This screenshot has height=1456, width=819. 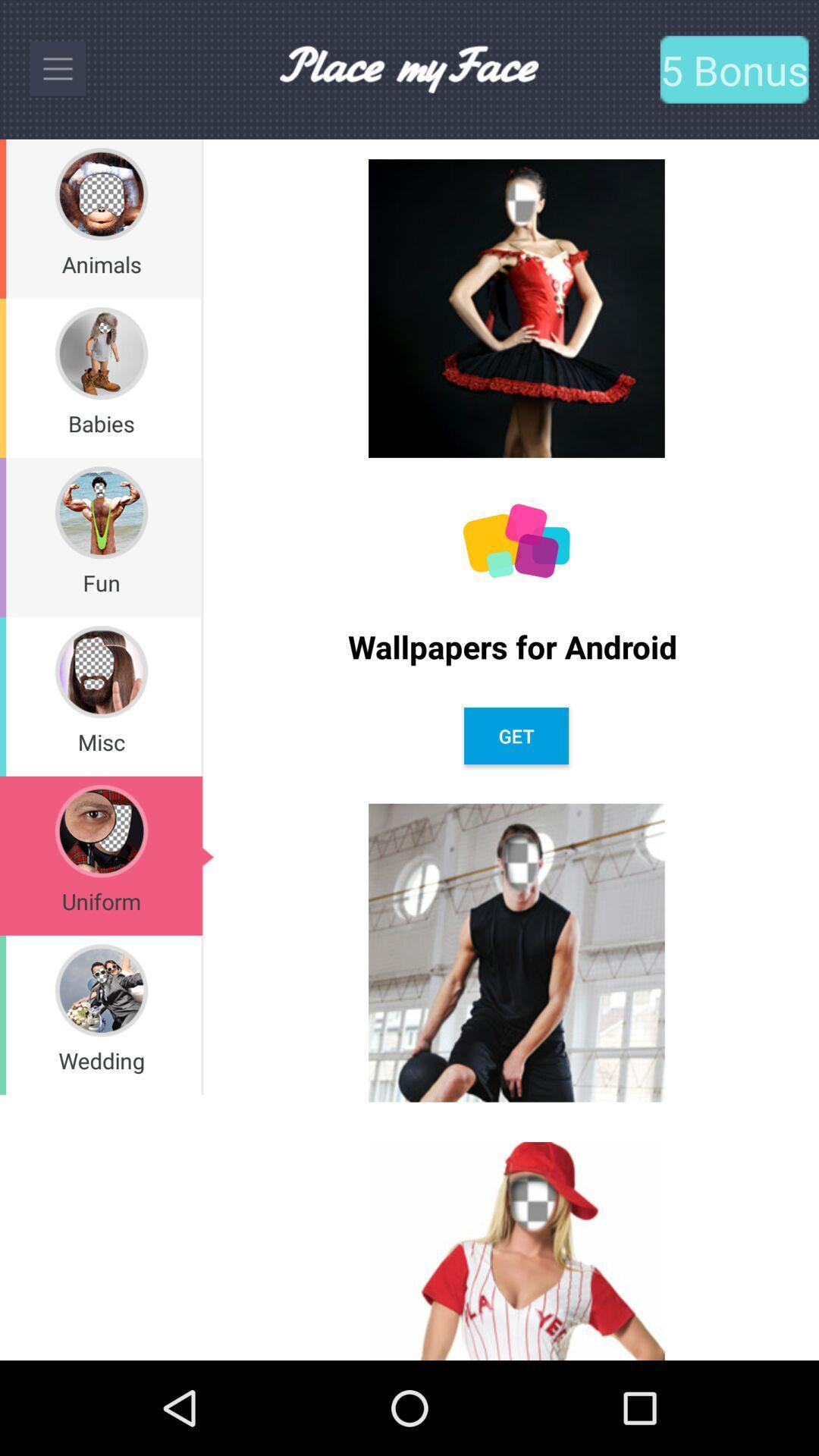 I want to click on the get, so click(x=516, y=736).